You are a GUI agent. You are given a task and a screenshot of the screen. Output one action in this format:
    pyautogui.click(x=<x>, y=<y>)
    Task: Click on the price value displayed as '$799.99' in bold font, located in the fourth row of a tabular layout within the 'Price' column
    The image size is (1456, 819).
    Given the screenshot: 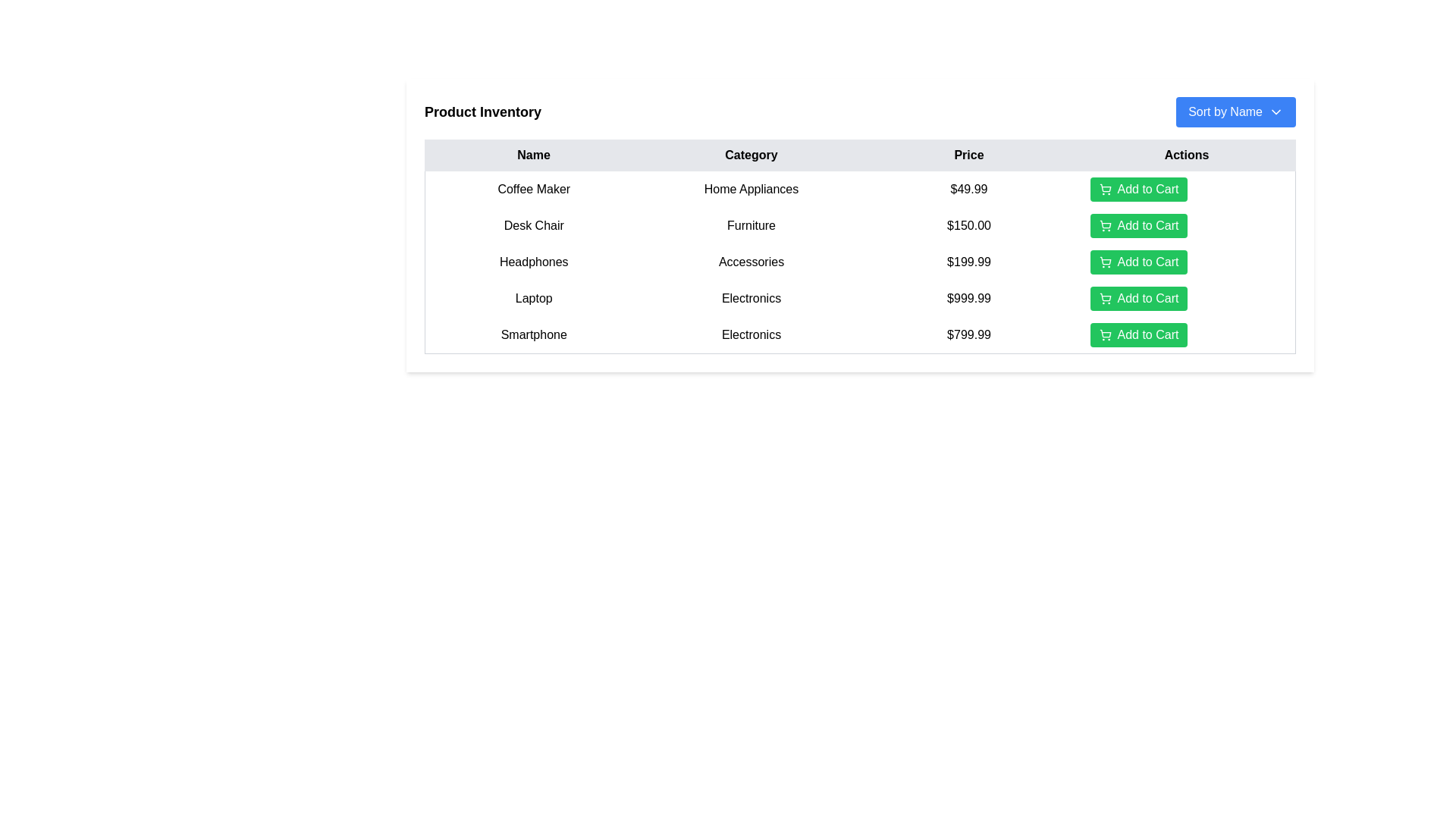 What is the action you would take?
    pyautogui.click(x=968, y=334)
    